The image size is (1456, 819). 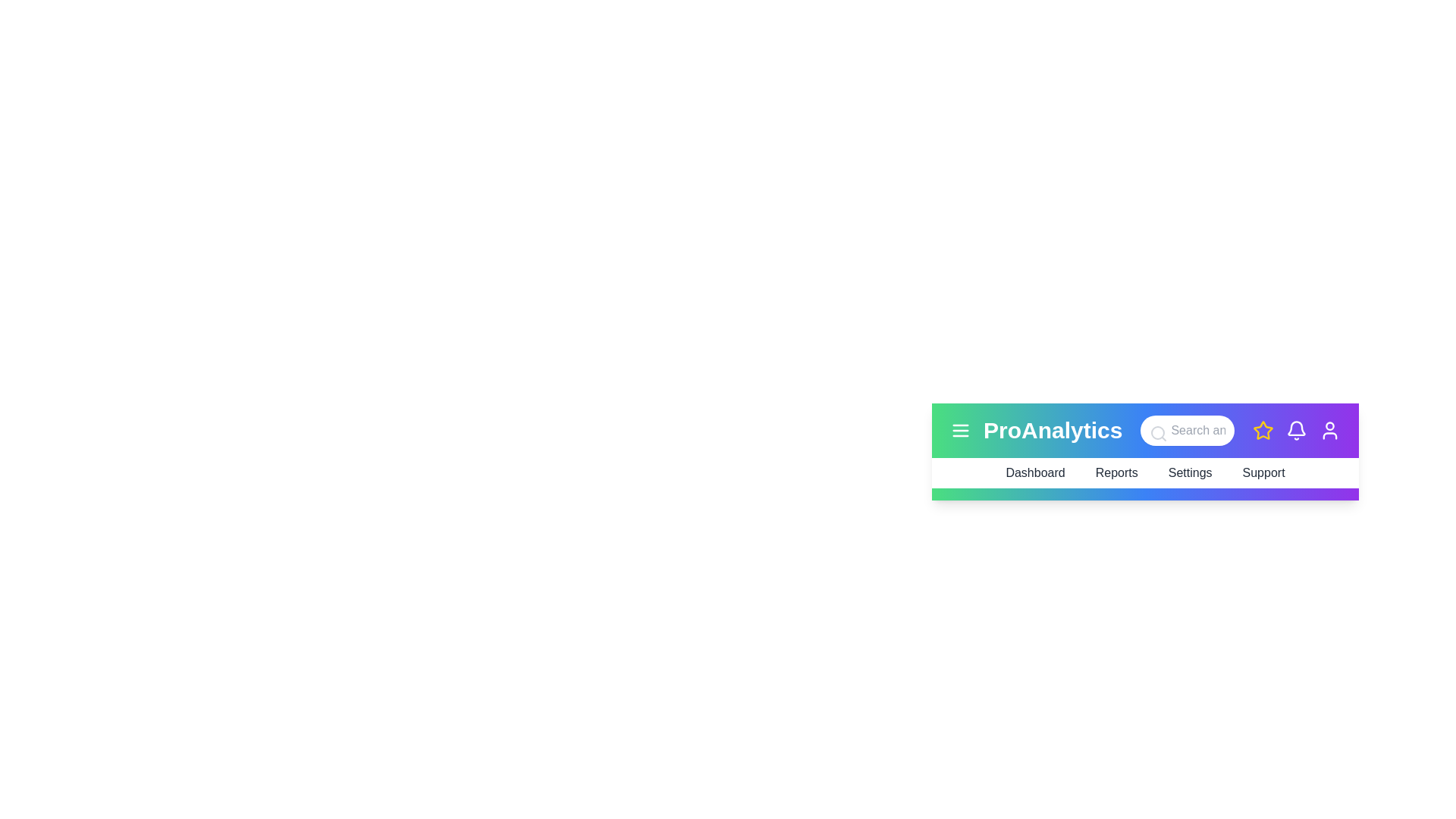 I want to click on the menu item Support to trigger additional feedback, so click(x=1263, y=472).